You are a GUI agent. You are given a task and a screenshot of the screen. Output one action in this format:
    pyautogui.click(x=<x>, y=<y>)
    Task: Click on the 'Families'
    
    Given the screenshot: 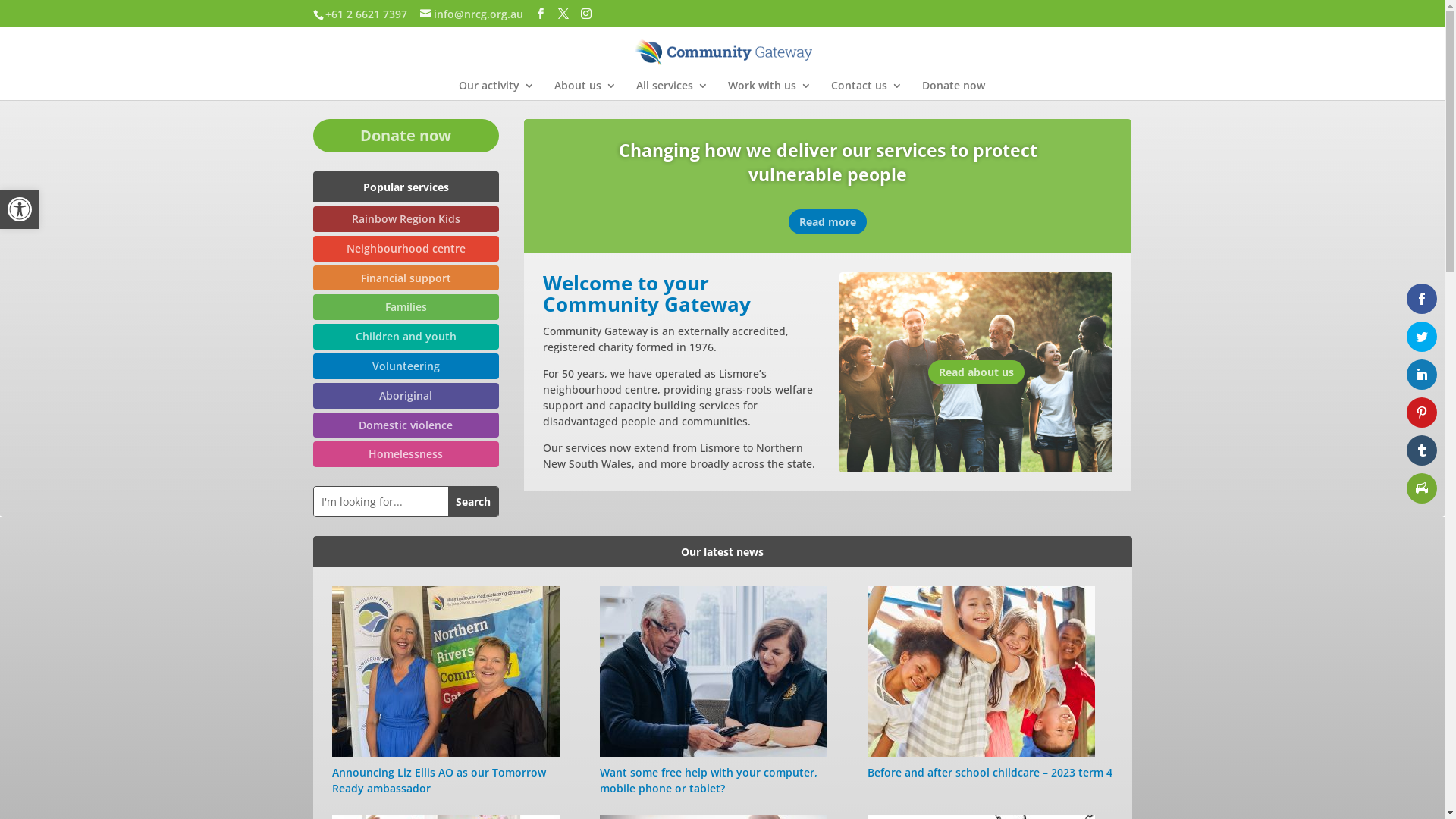 What is the action you would take?
    pyautogui.click(x=312, y=307)
    